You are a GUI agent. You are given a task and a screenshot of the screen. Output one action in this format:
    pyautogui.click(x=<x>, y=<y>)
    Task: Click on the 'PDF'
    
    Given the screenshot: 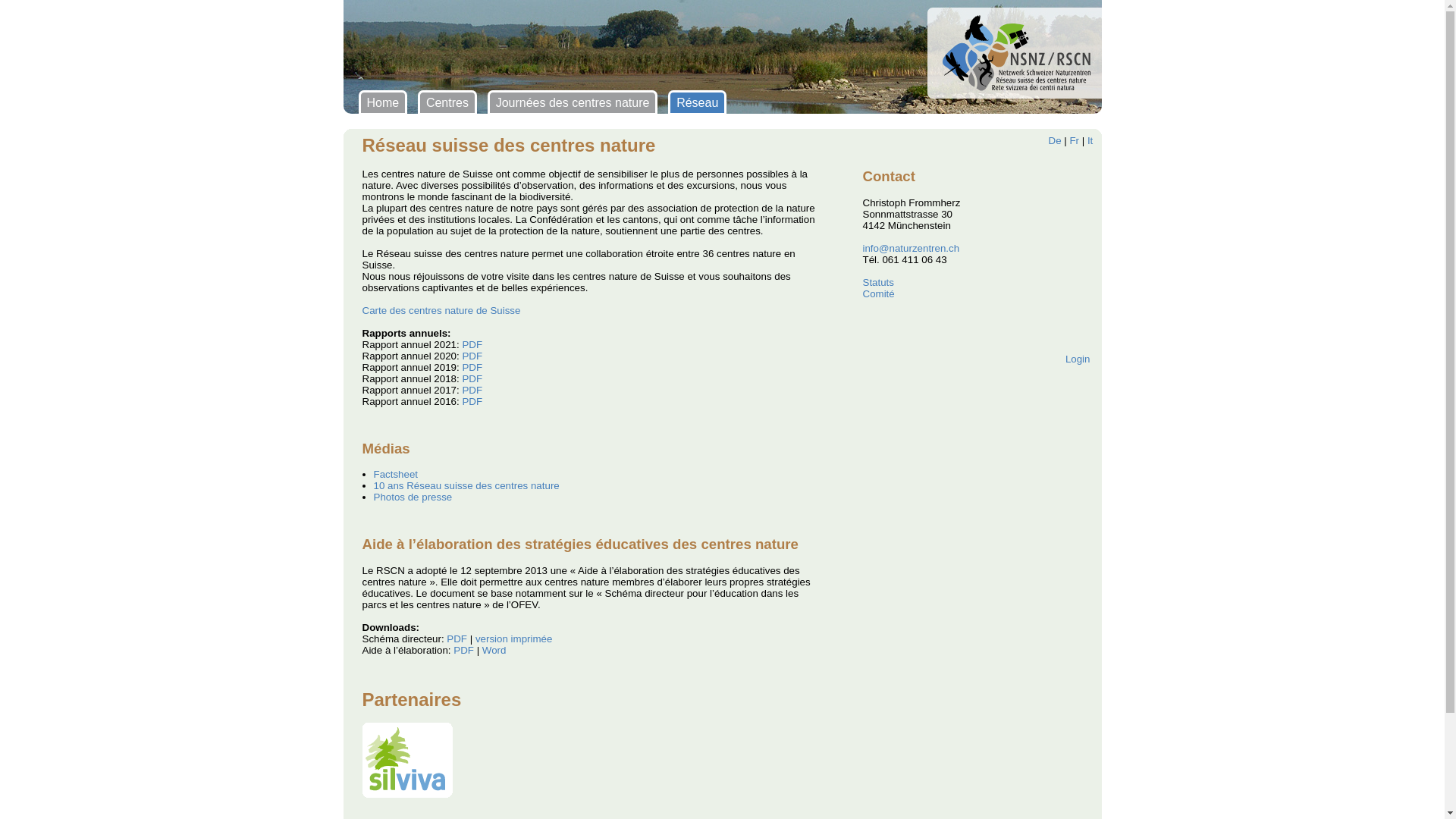 What is the action you would take?
    pyautogui.click(x=471, y=400)
    